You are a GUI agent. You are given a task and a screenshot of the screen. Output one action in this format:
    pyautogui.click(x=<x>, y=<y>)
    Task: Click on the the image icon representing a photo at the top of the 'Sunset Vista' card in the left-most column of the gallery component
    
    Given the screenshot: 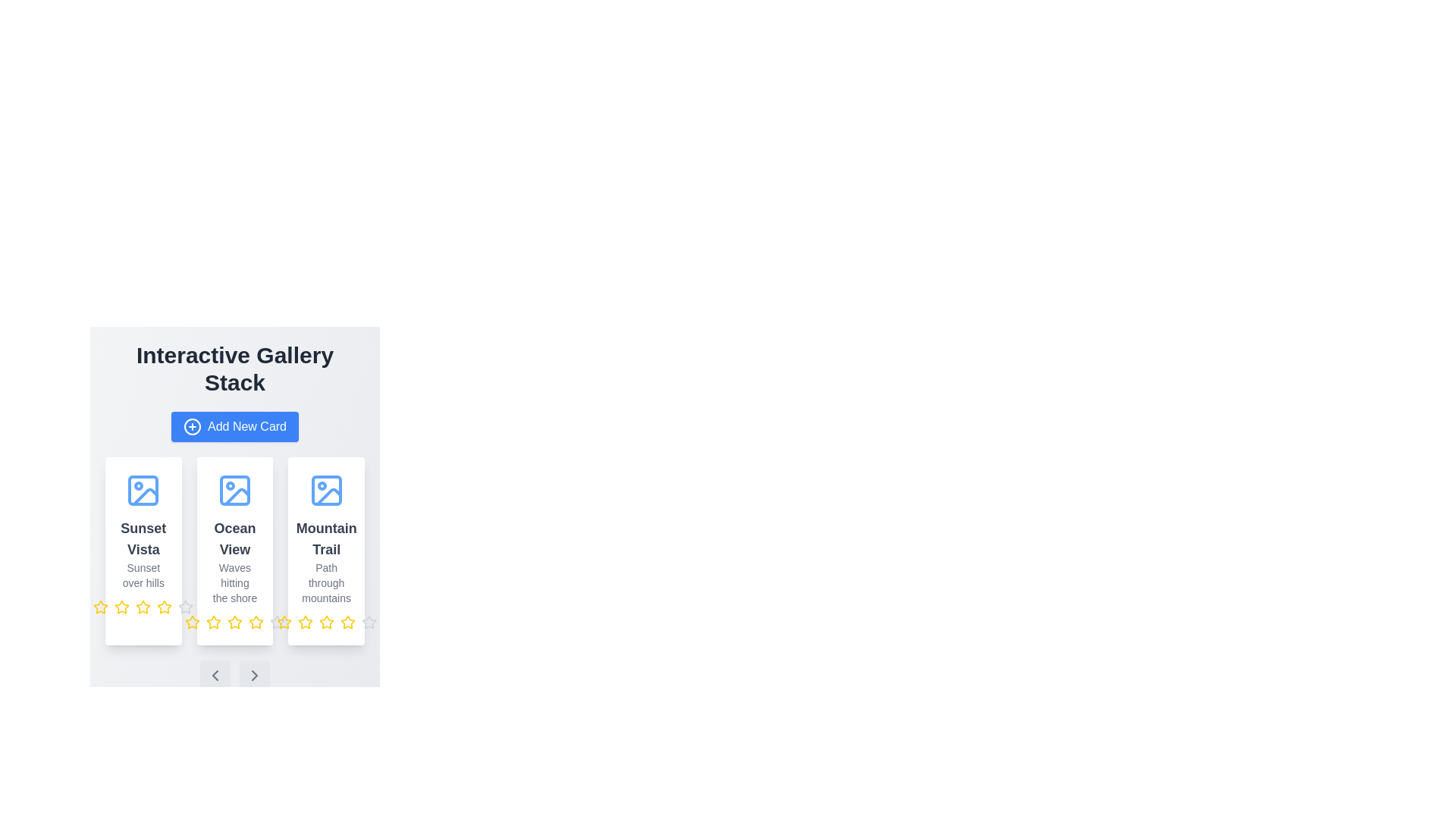 What is the action you would take?
    pyautogui.click(x=143, y=491)
    